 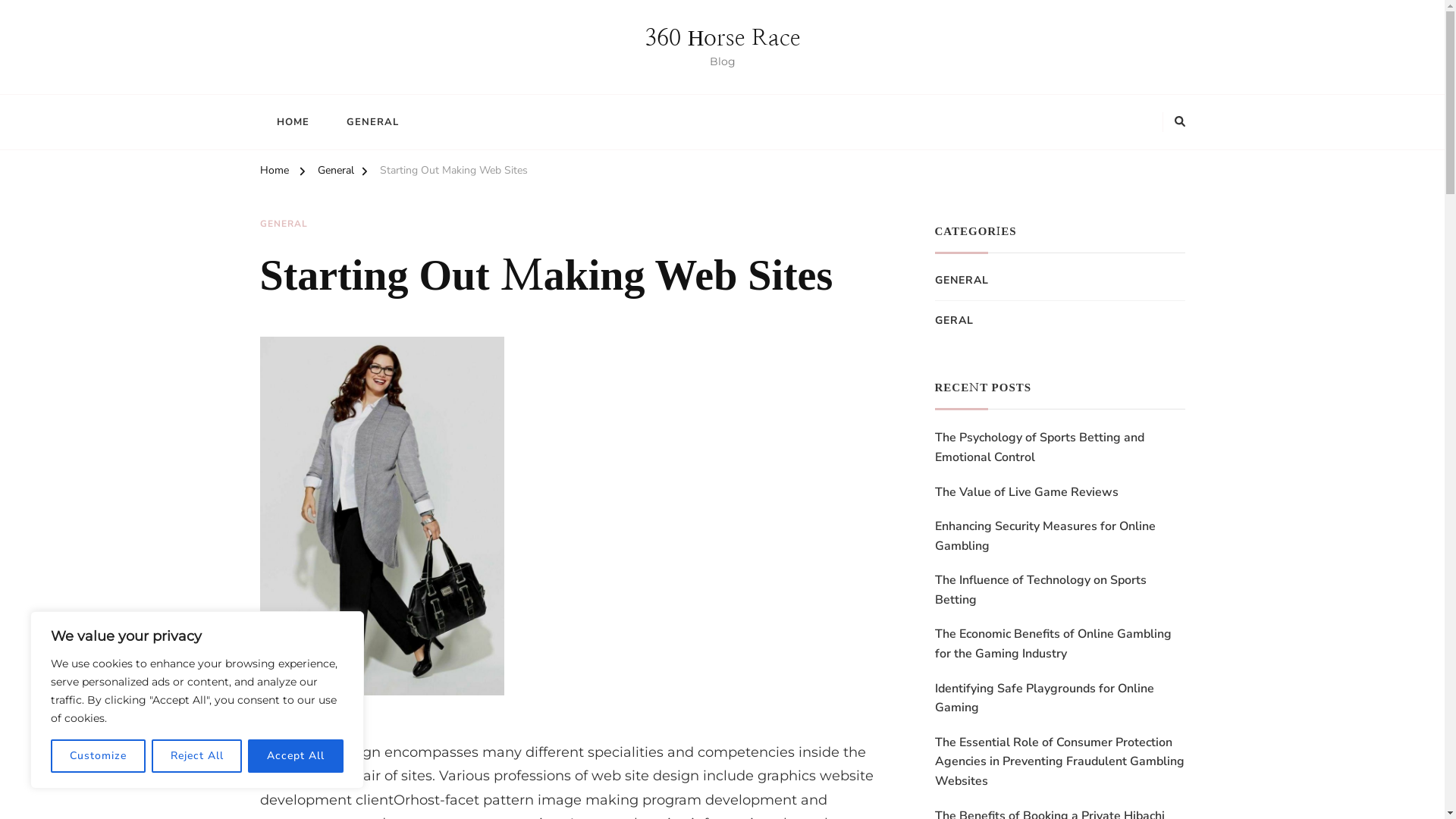 I want to click on 'HOME', so click(x=259, y=121).